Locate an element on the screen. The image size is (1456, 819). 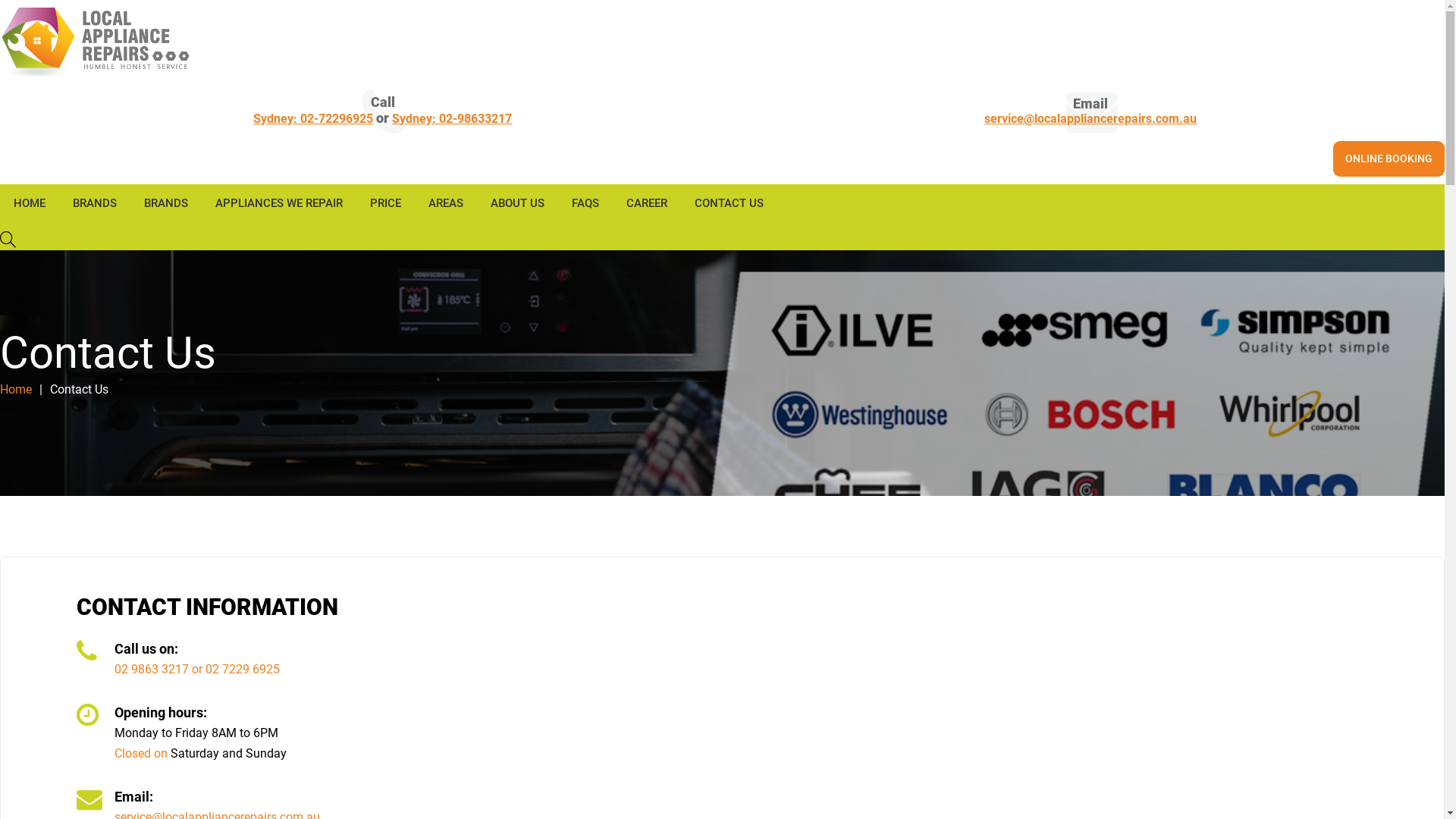
'Sydney: 02-98633217' is located at coordinates (450, 118).